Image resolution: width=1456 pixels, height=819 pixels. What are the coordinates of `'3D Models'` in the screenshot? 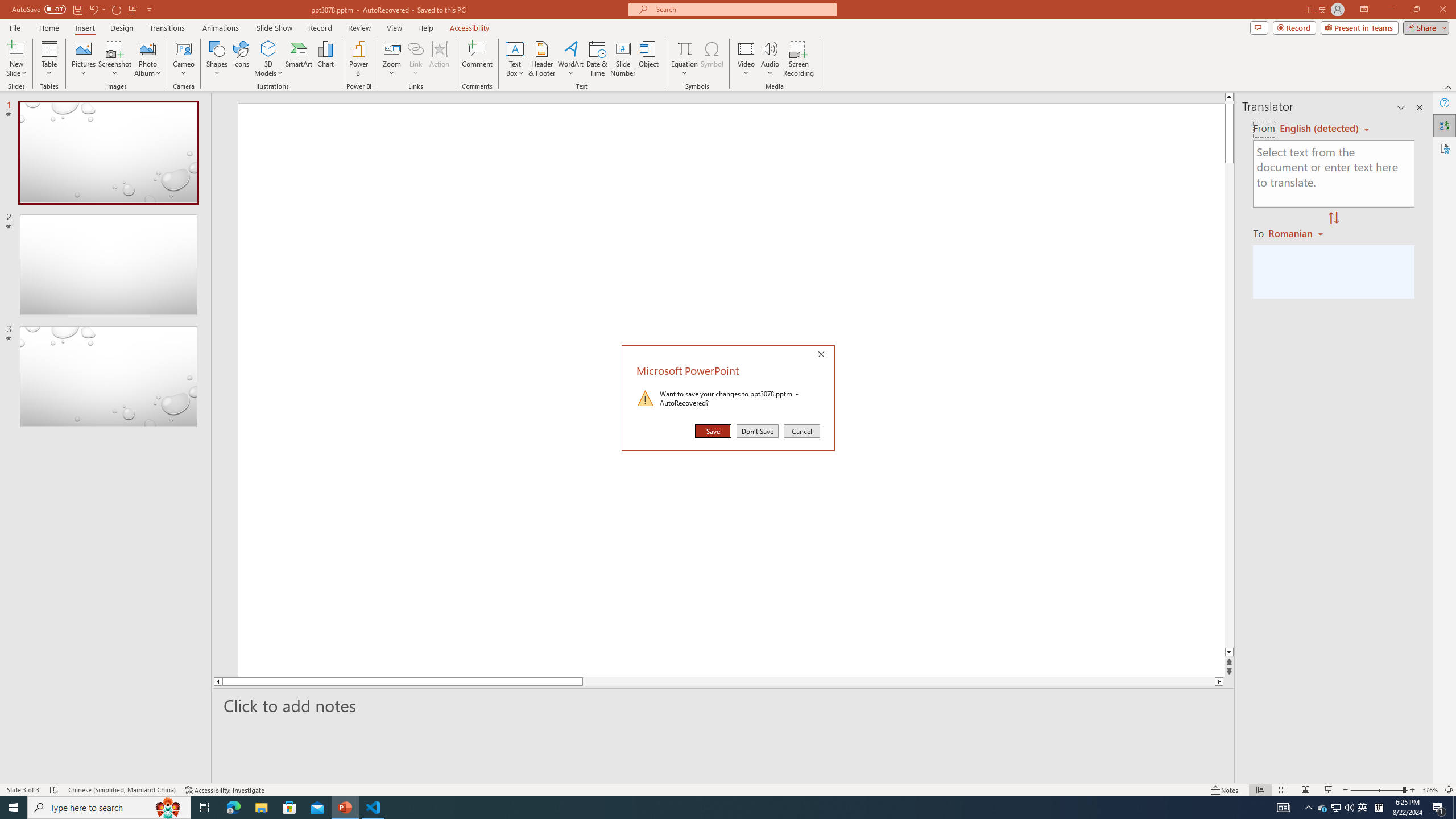 It's located at (268, 59).